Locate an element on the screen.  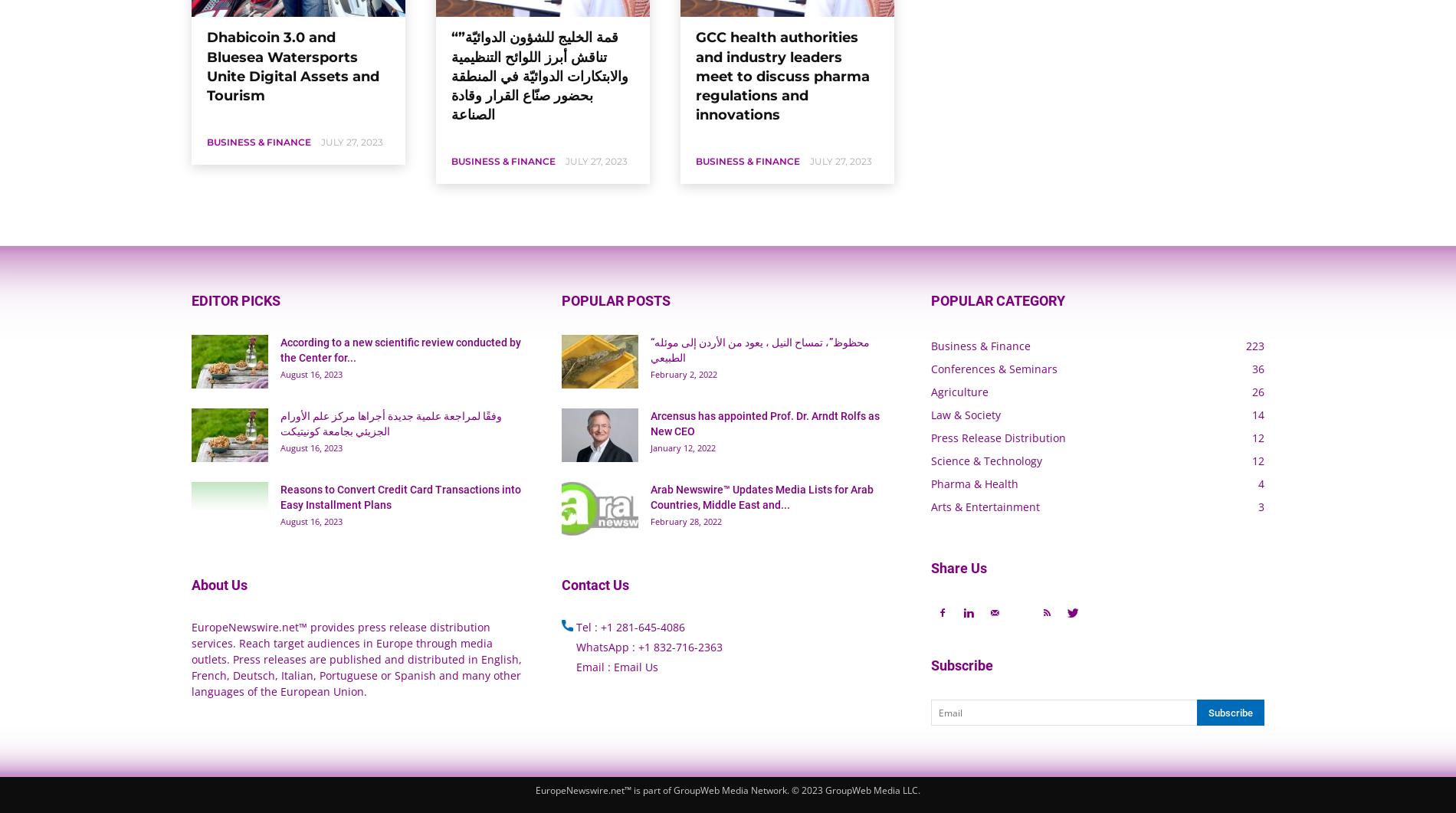
'14' is located at coordinates (1251, 414).